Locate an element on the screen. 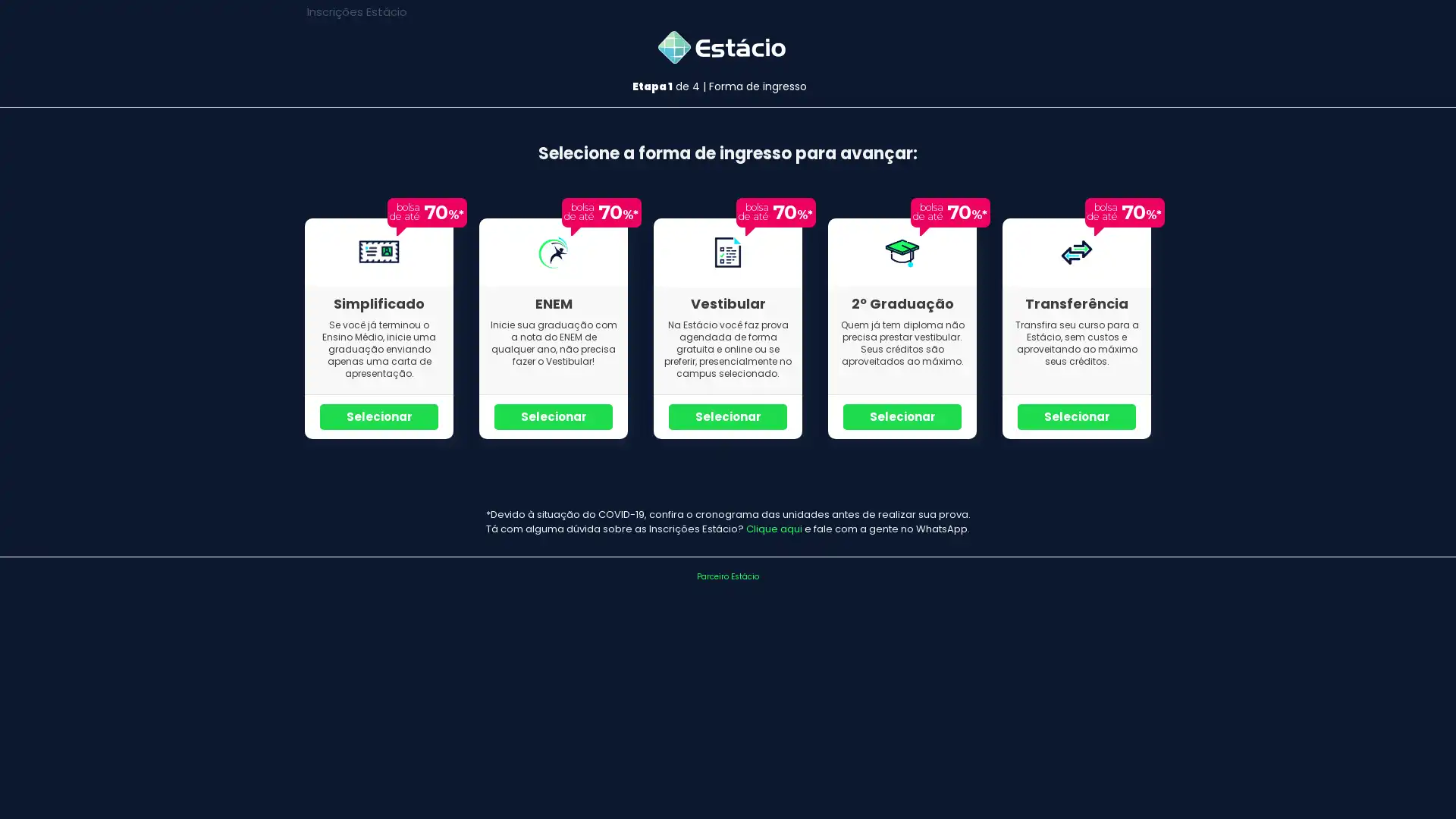 Image resolution: width=1456 pixels, height=819 pixels. Selecionar is located at coordinates (902, 416).